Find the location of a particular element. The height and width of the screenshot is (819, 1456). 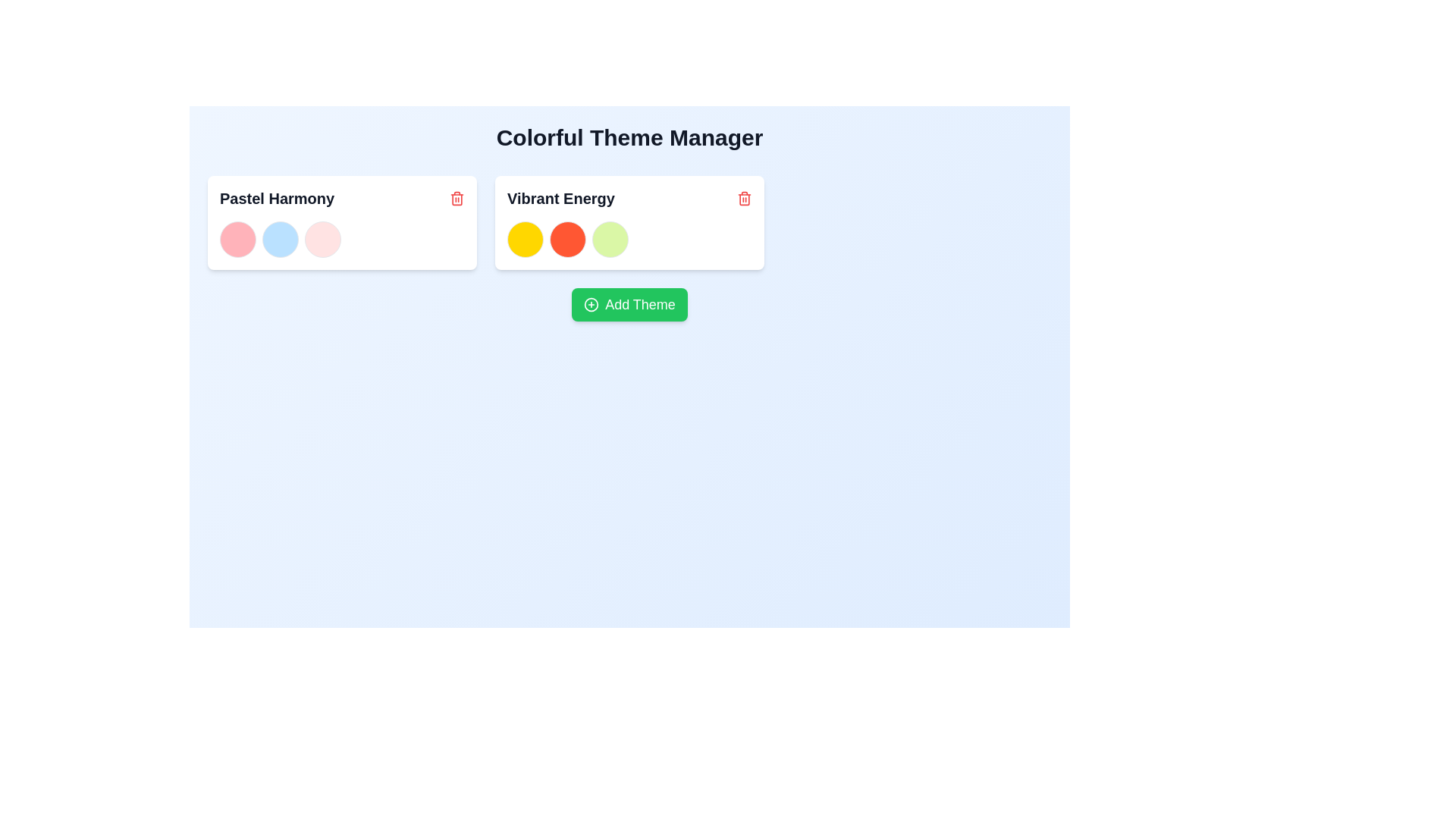

the Text label that serves as the title of the theme in the top-left section of the first theme card is located at coordinates (341, 198).